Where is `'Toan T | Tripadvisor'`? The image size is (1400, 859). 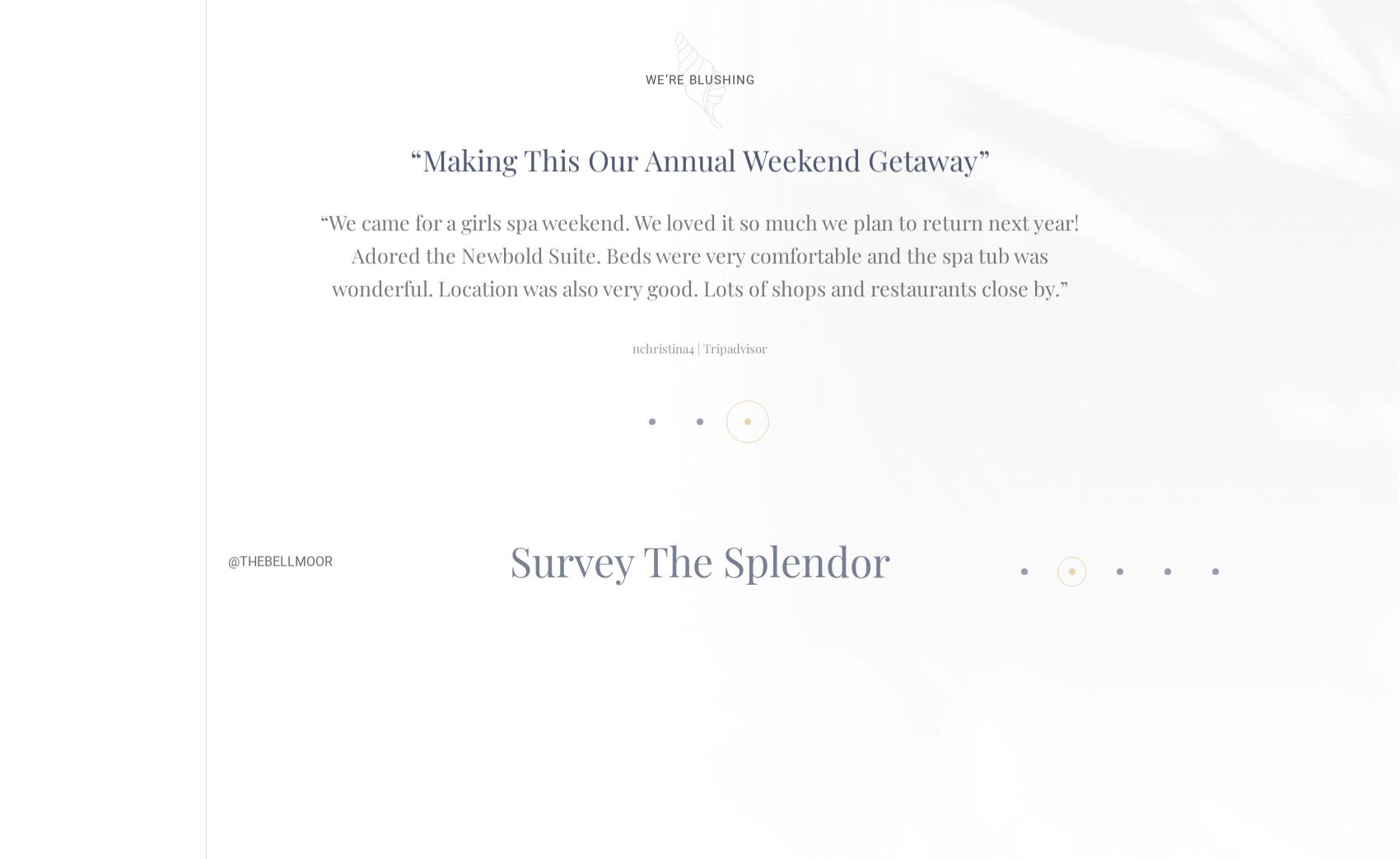
'Toan T | Tripadvisor' is located at coordinates (700, 301).